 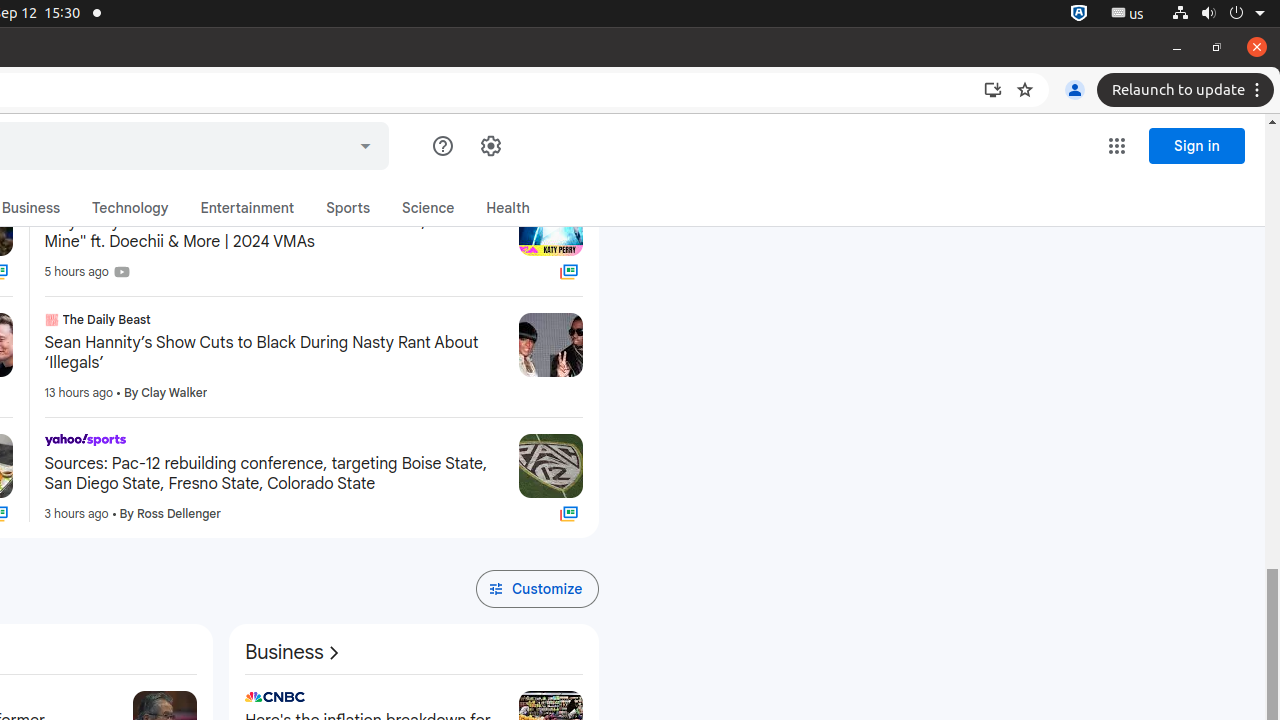 What do you see at coordinates (536, 588) in the screenshot?
I see `'Customize'` at bounding box center [536, 588].